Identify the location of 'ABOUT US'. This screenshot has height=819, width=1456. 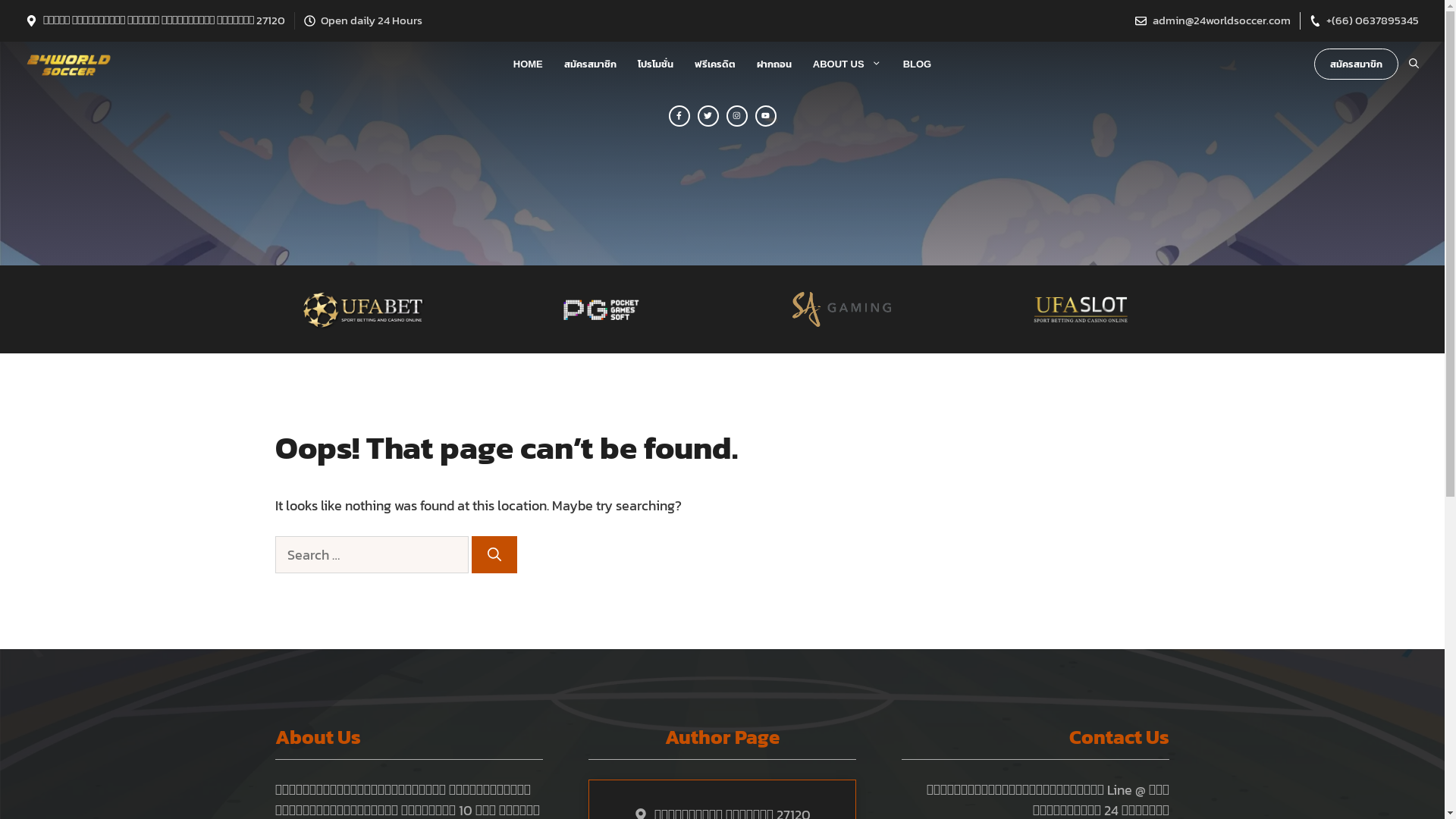
(801, 63).